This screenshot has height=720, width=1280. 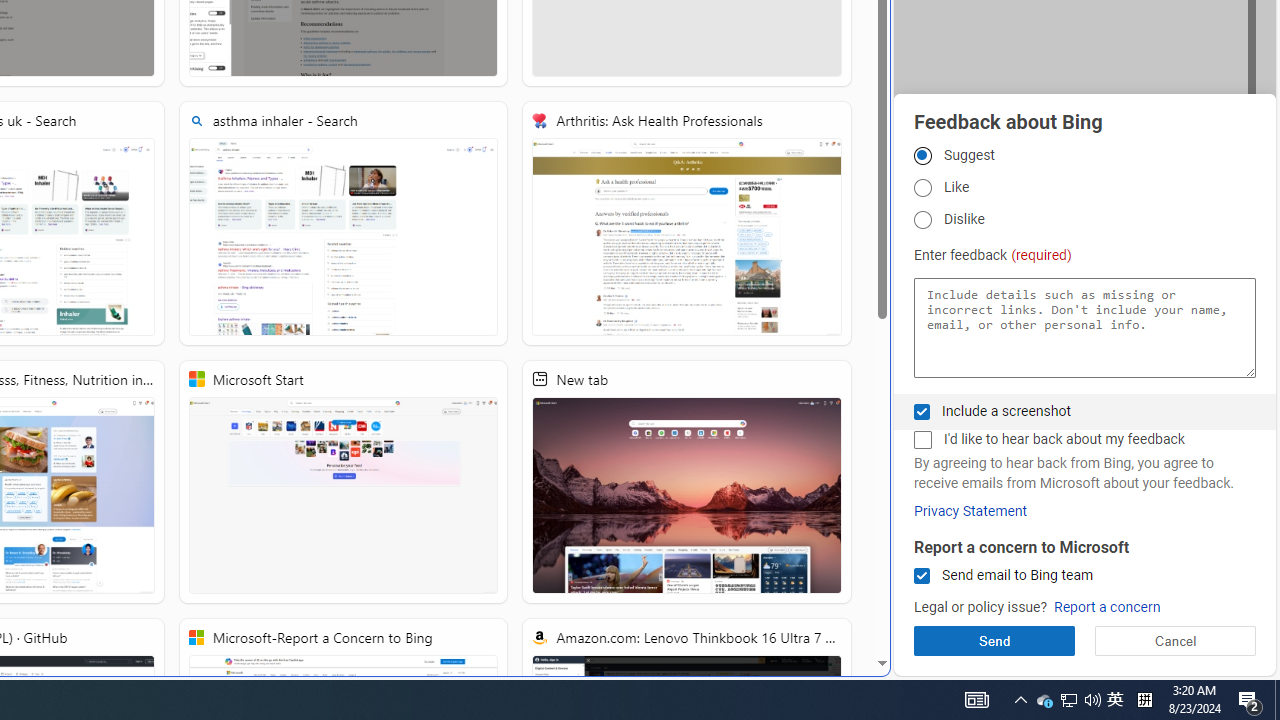 What do you see at coordinates (970, 510) in the screenshot?
I see `'Privacy Statement'` at bounding box center [970, 510].